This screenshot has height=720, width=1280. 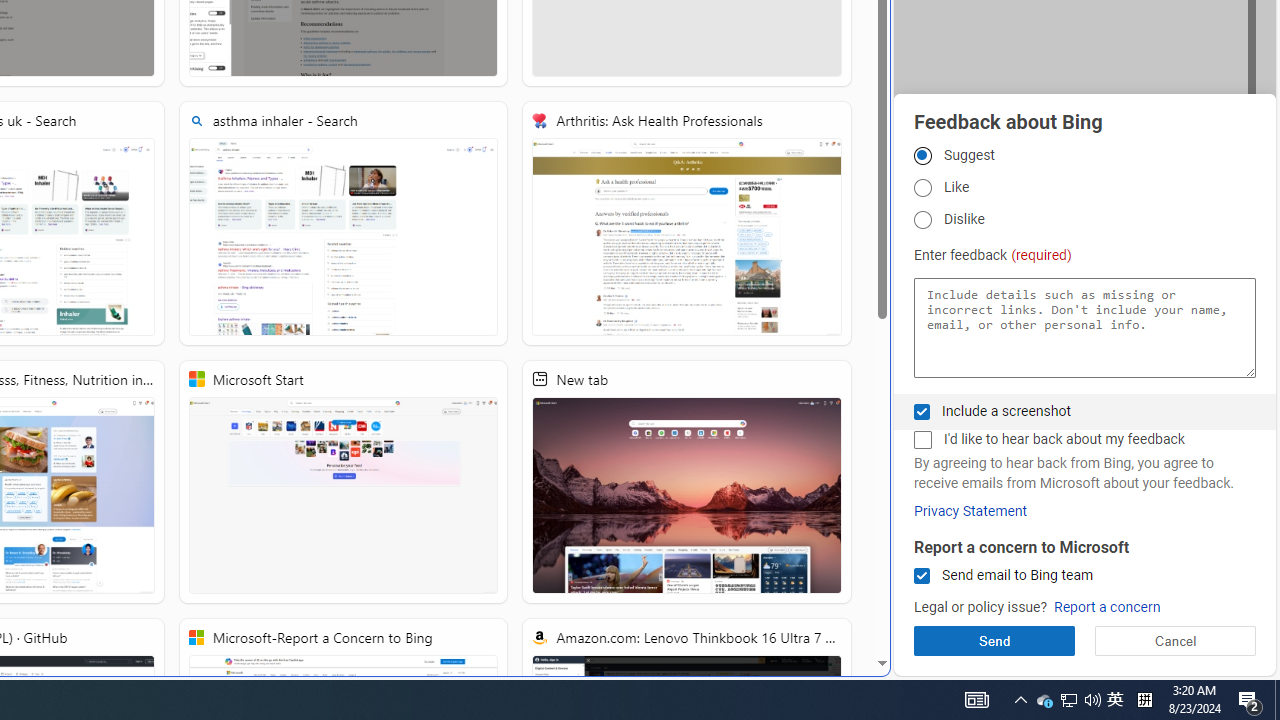 What do you see at coordinates (970, 510) in the screenshot?
I see `'Privacy Statement'` at bounding box center [970, 510].